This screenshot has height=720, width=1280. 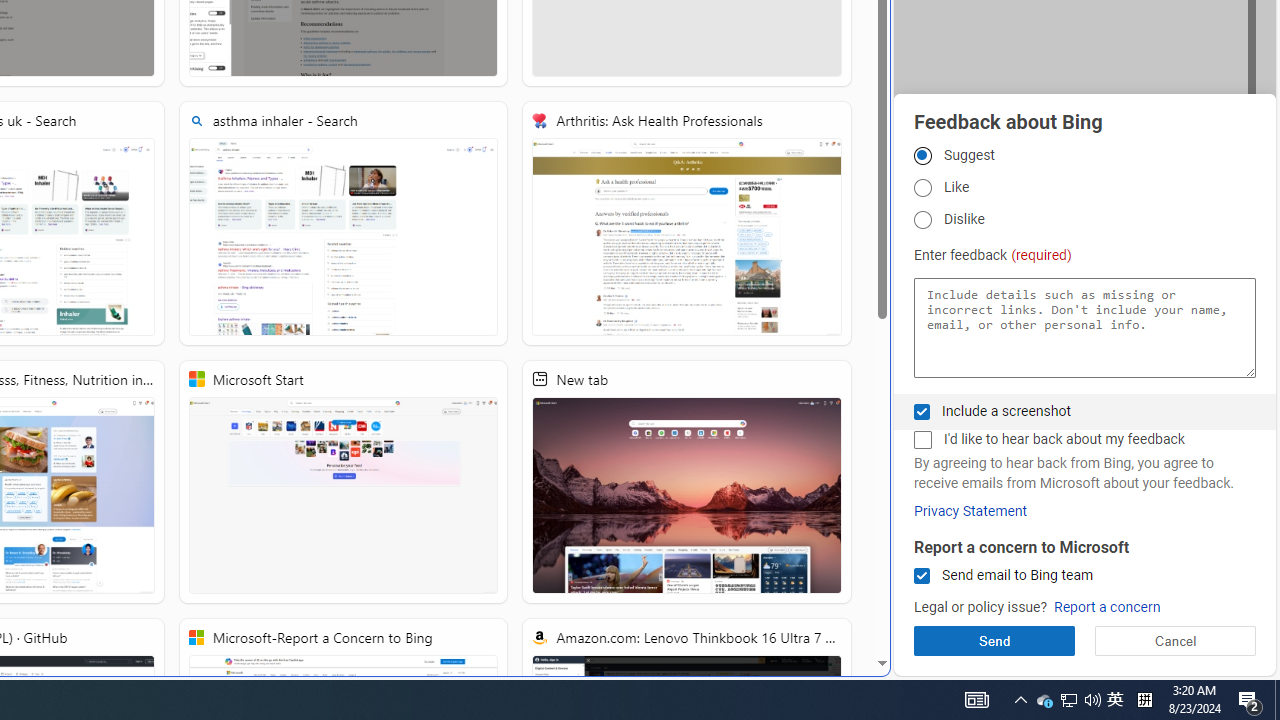 What do you see at coordinates (970, 510) in the screenshot?
I see `'Privacy Statement'` at bounding box center [970, 510].